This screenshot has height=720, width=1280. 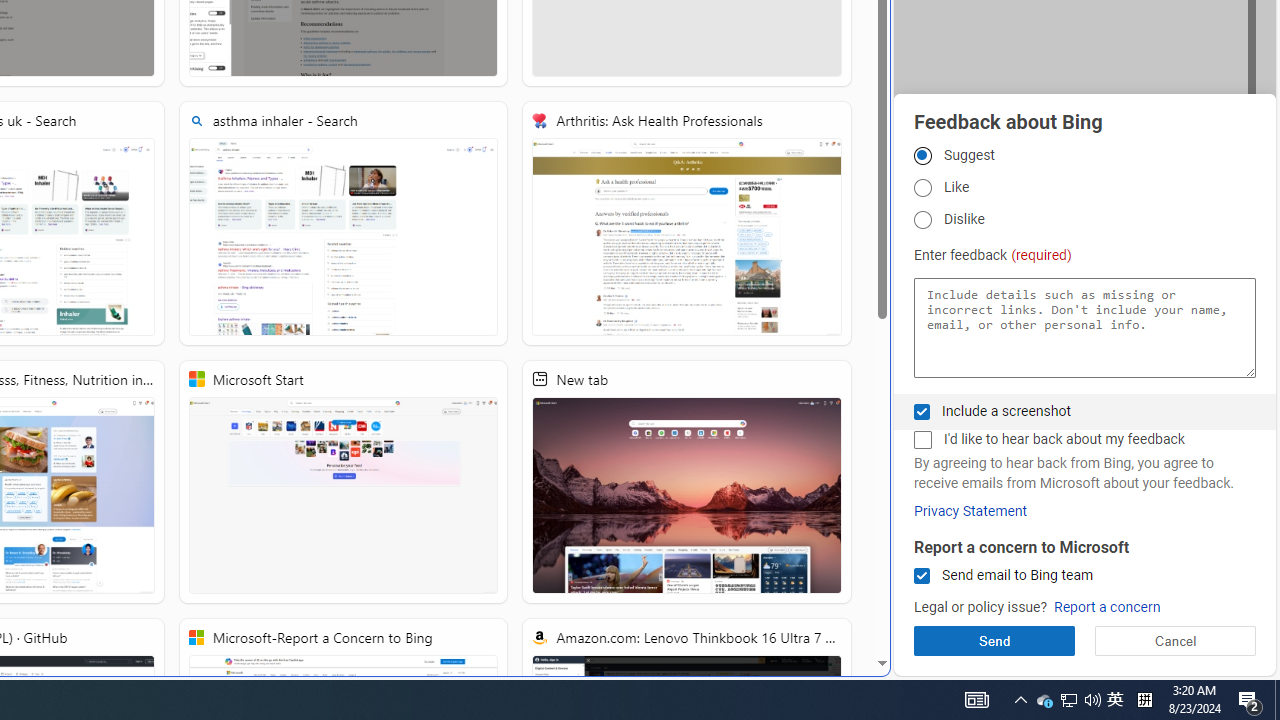 What do you see at coordinates (970, 510) in the screenshot?
I see `'Privacy Statement'` at bounding box center [970, 510].